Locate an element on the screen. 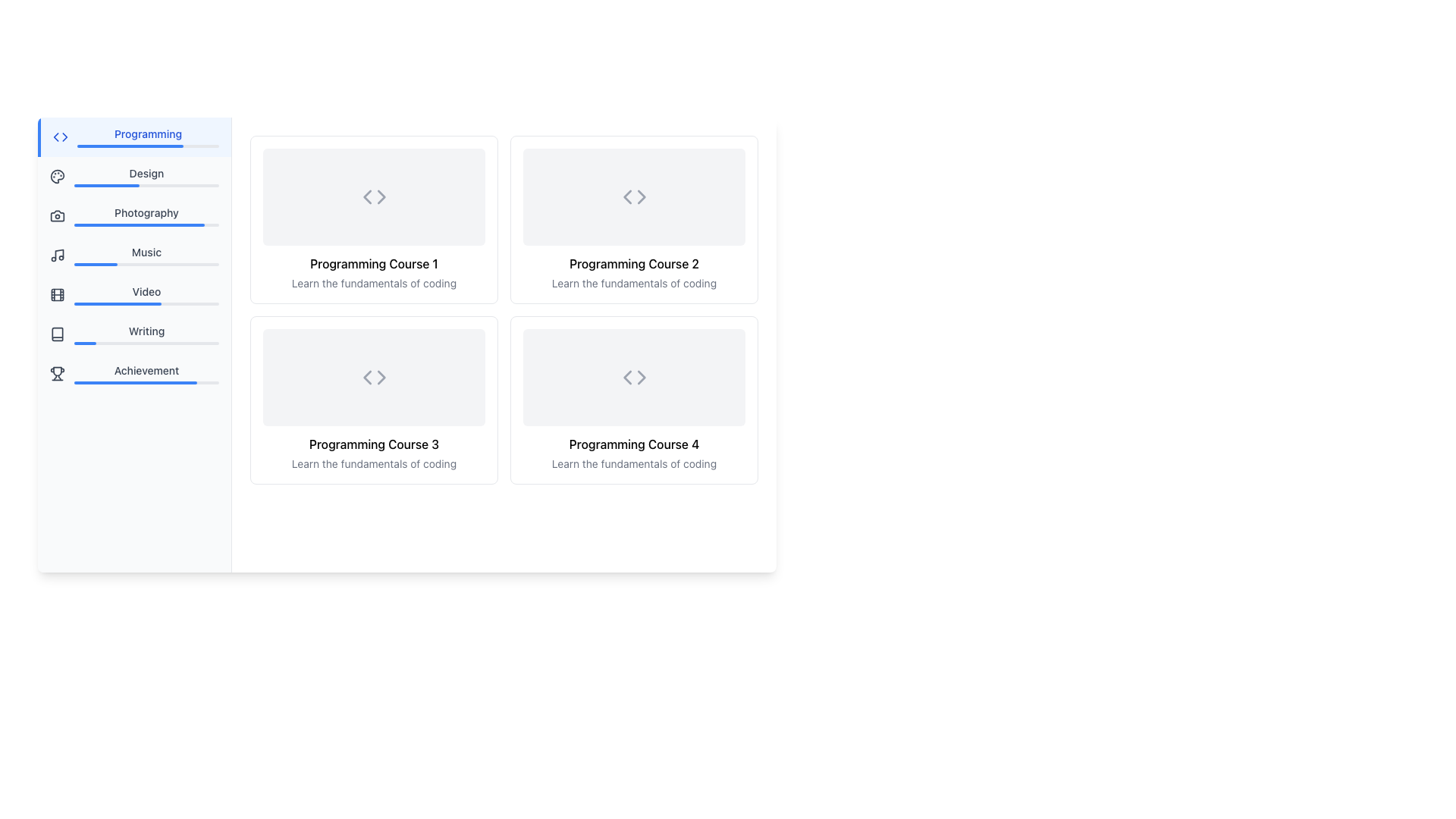  the camera icon in the vertical navigation menu is located at coordinates (58, 216).